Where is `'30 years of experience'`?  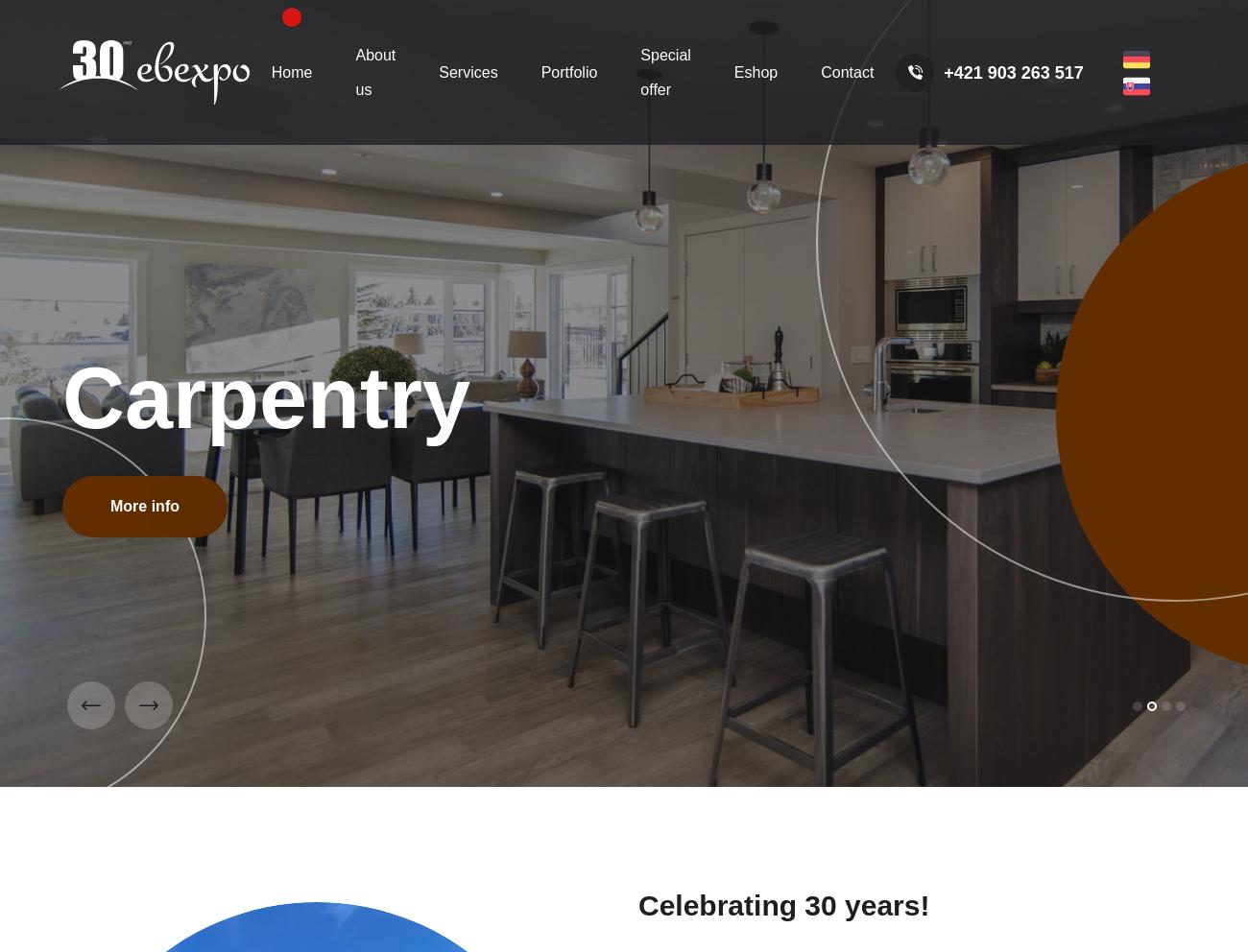 '30 years of experience' is located at coordinates (180, 820).